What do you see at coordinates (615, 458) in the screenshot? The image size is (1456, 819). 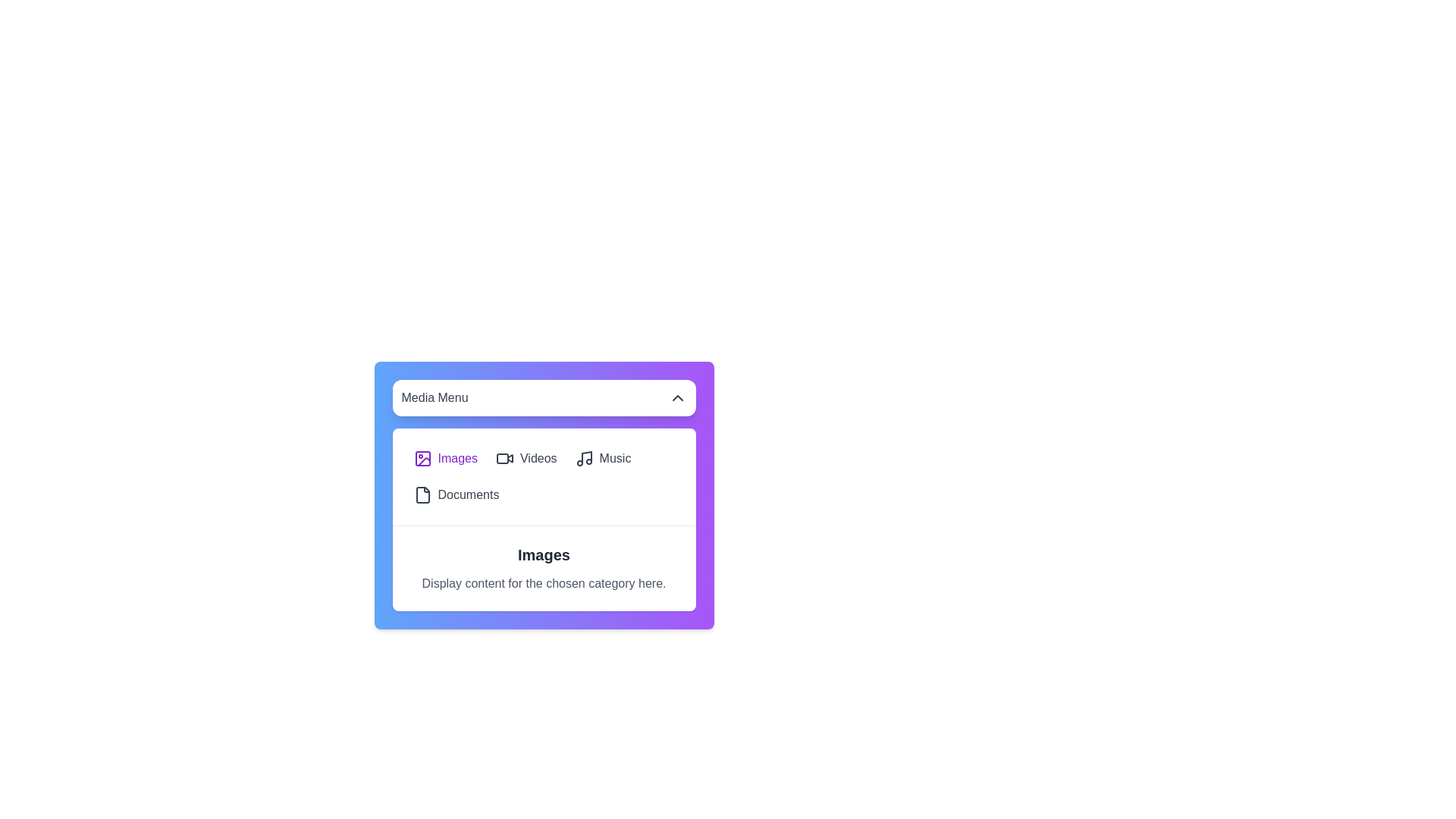 I see `the 'Music' text label, which is styled in dark gray and is the last item in the selectable media menu` at bounding box center [615, 458].